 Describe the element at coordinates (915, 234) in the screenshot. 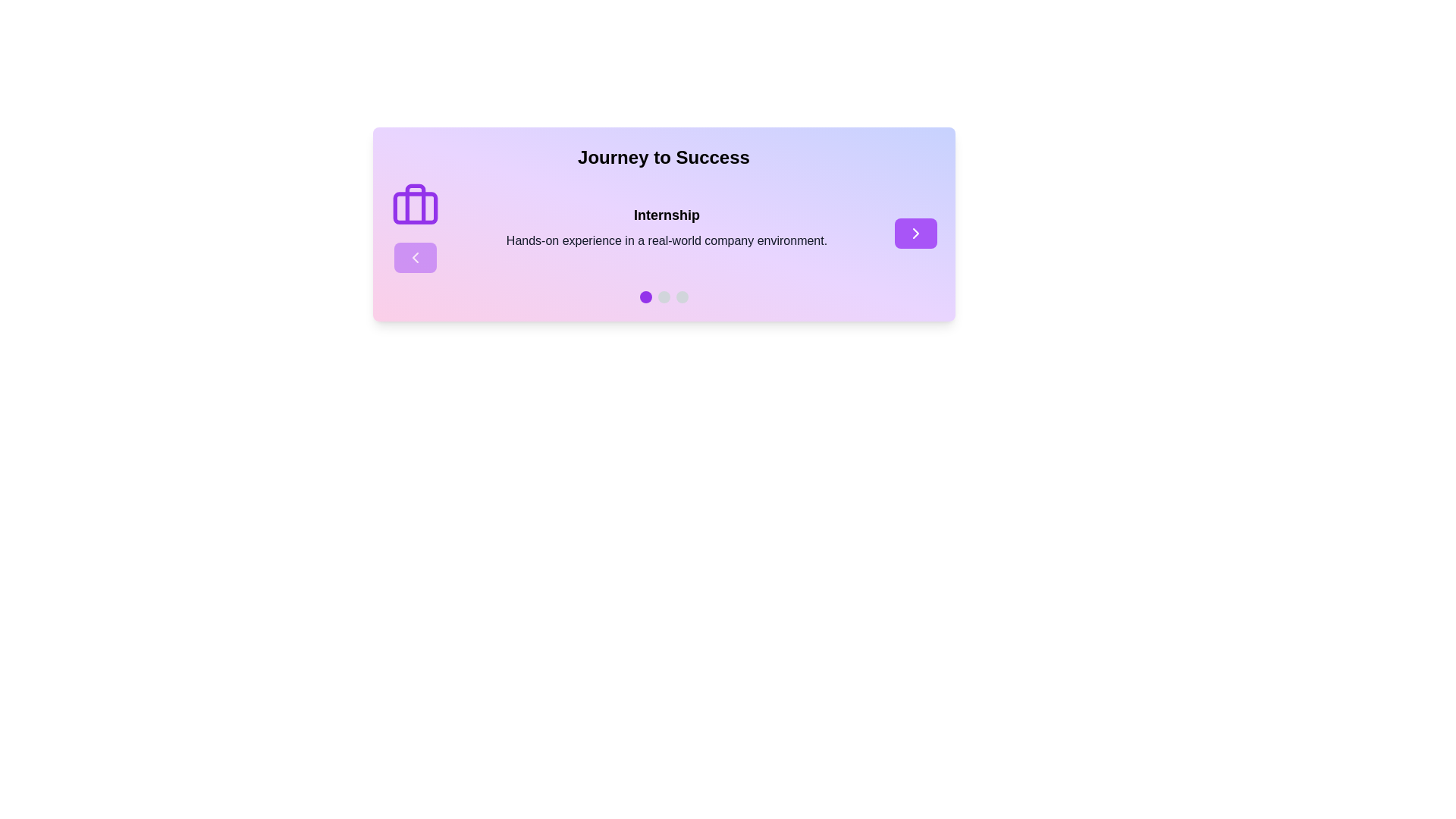

I see `the arrow-shaped navigation indicator located within the rectangular button in the right-middle portion of the card component` at that location.